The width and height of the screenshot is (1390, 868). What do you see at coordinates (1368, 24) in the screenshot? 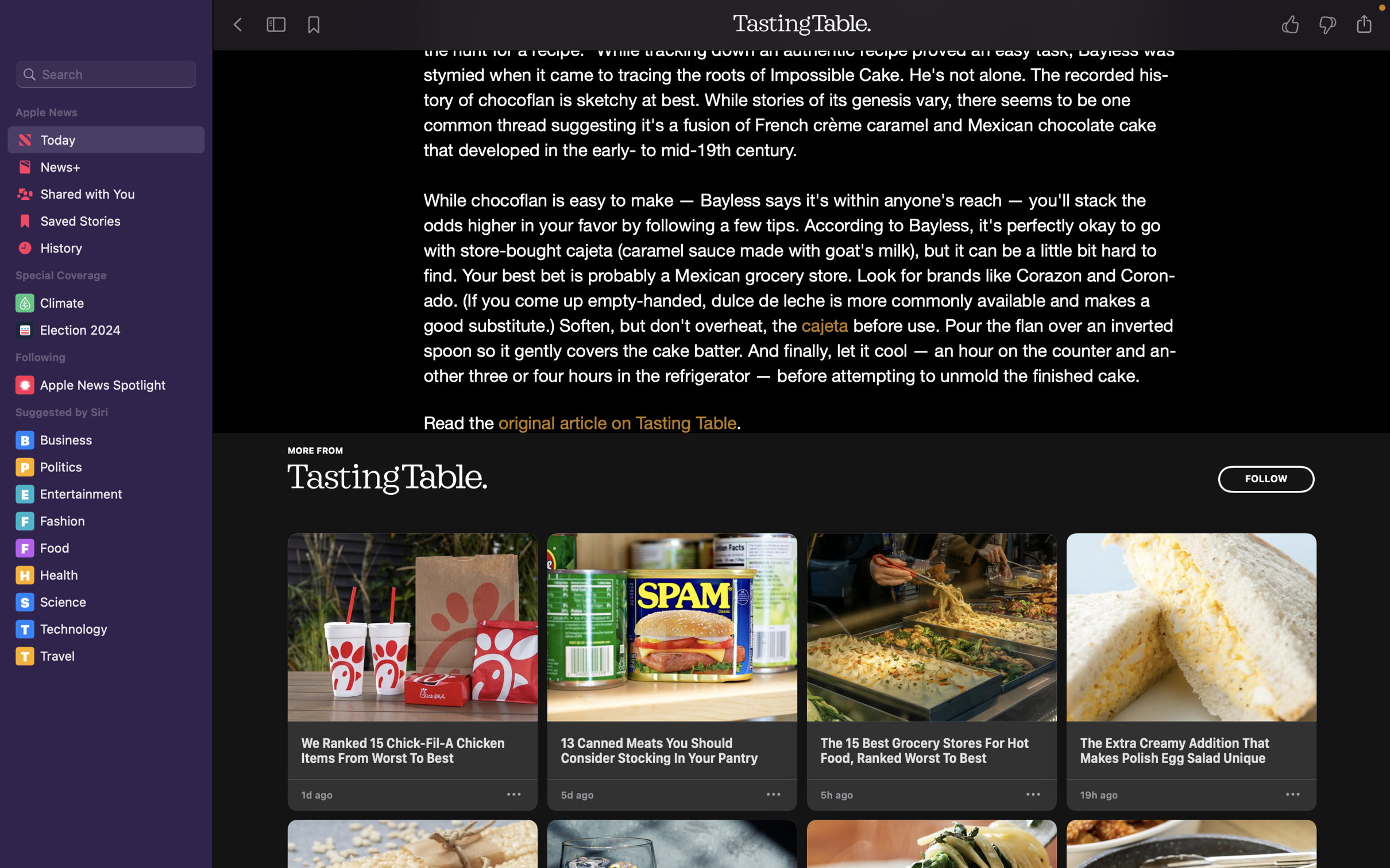
I see `Distribute this current tale to Twitter` at bounding box center [1368, 24].